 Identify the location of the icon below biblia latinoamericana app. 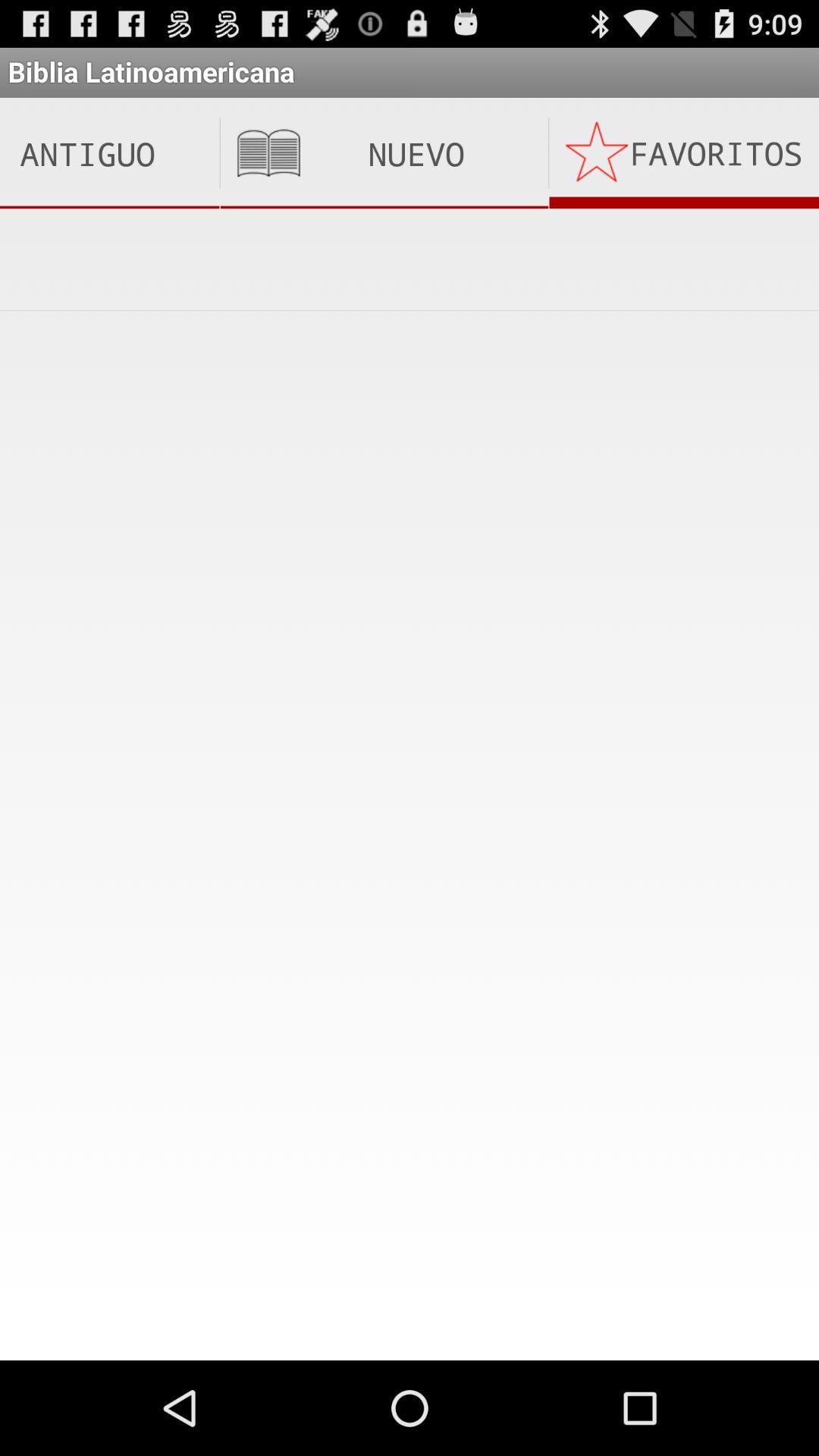
(383, 153).